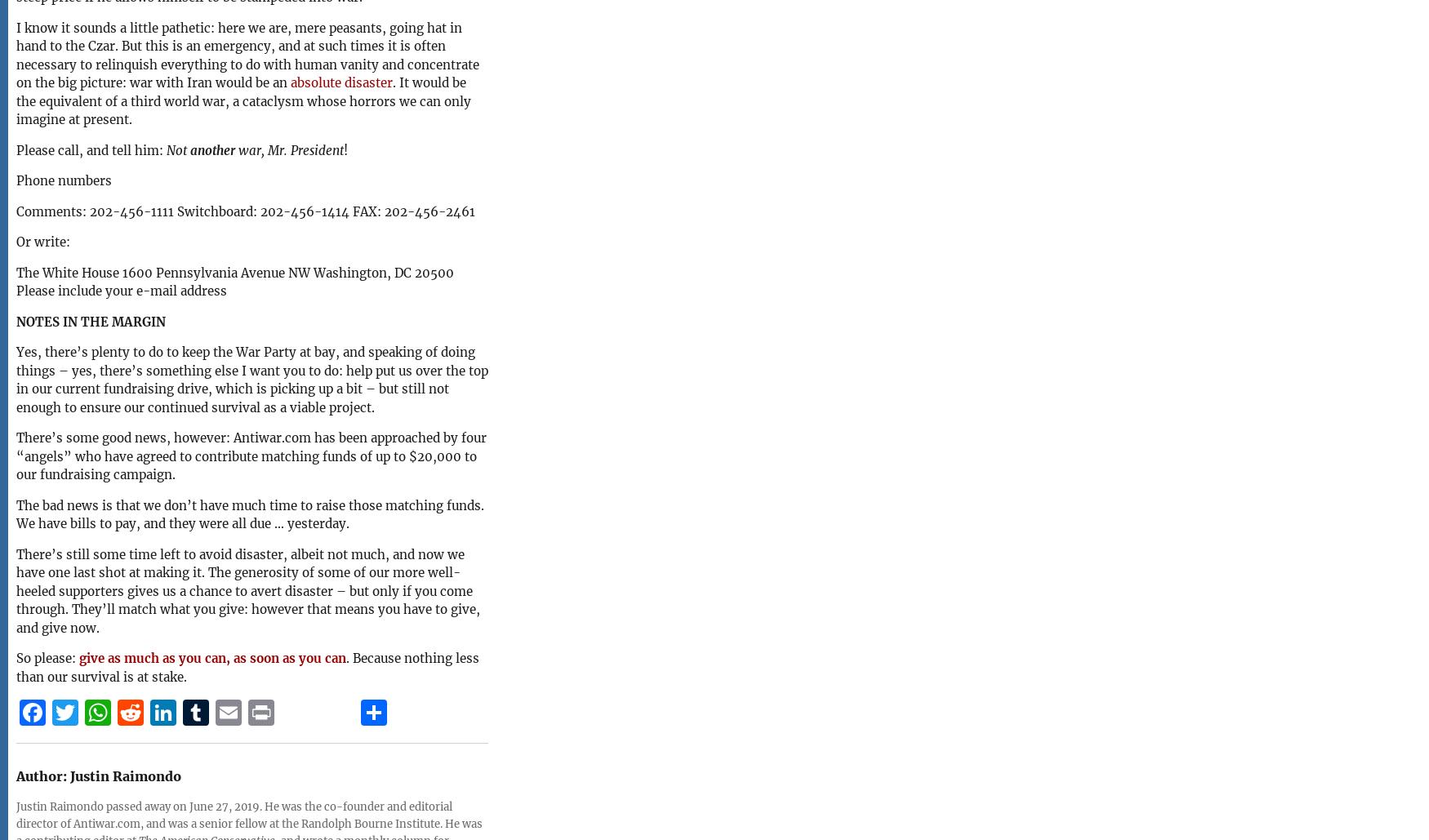  What do you see at coordinates (178, 149) in the screenshot?
I see `'Not'` at bounding box center [178, 149].